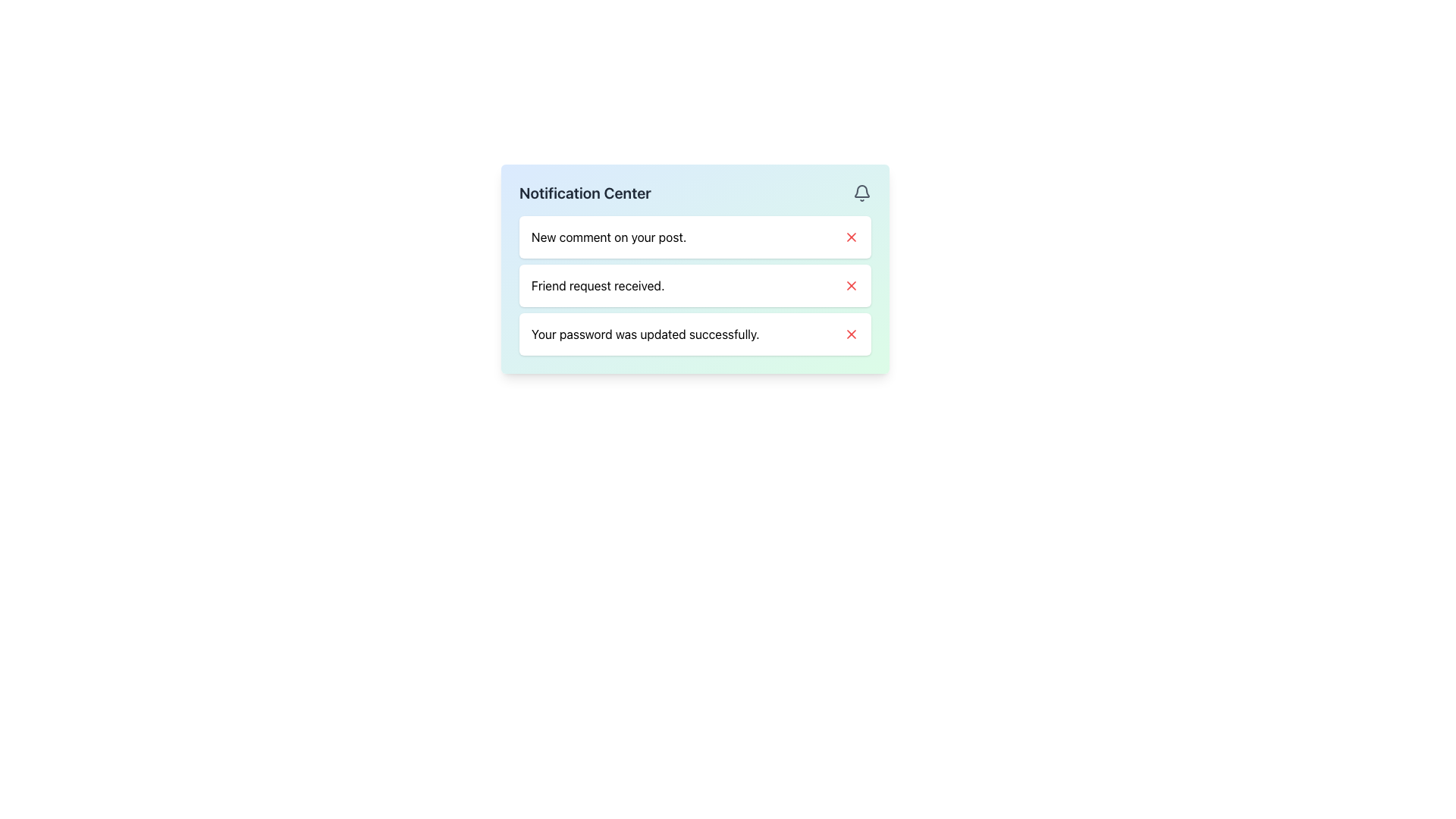 This screenshot has height=819, width=1456. I want to click on the close button located at the top-right corner of the 'Friend request received.' notification to observe its visual hover effect, so click(852, 286).